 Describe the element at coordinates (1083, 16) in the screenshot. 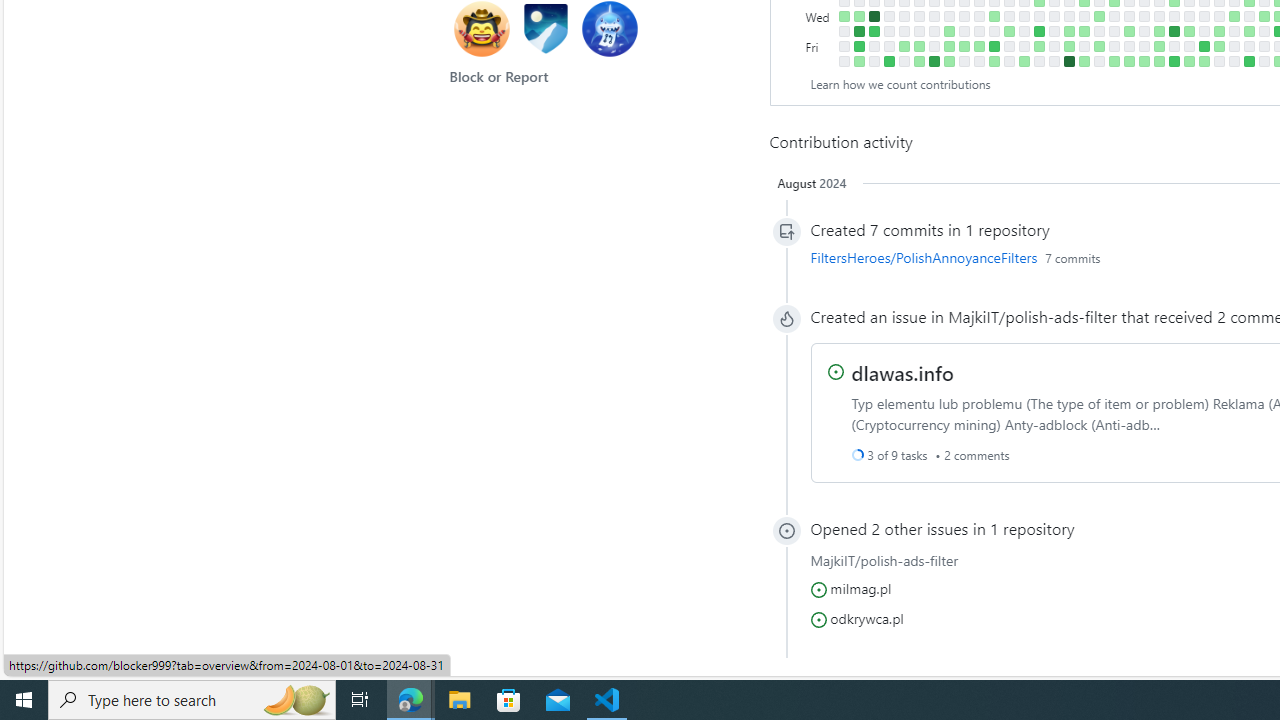

I see `'No contributions on April 24th.'` at that location.